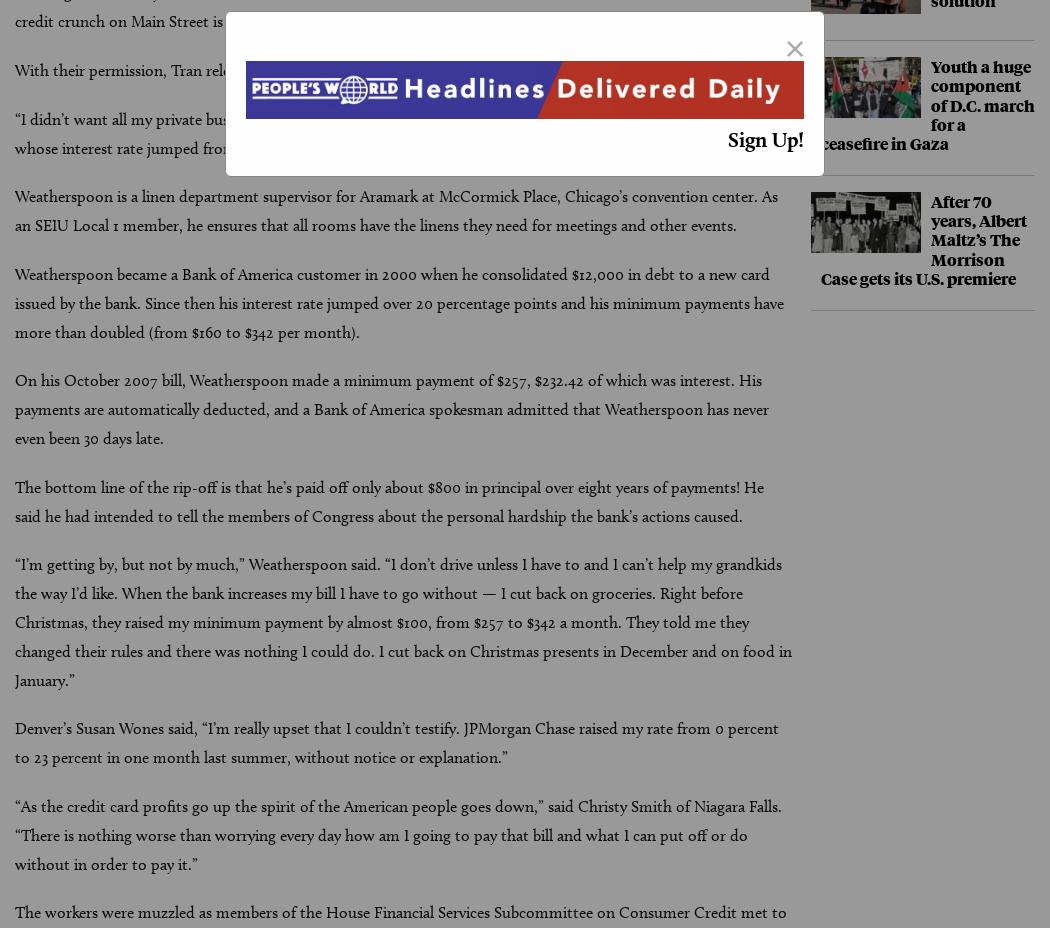  I want to click on 'Youth a huge component of D.C. march for a ceasefire in Gaza', so click(927, 103).